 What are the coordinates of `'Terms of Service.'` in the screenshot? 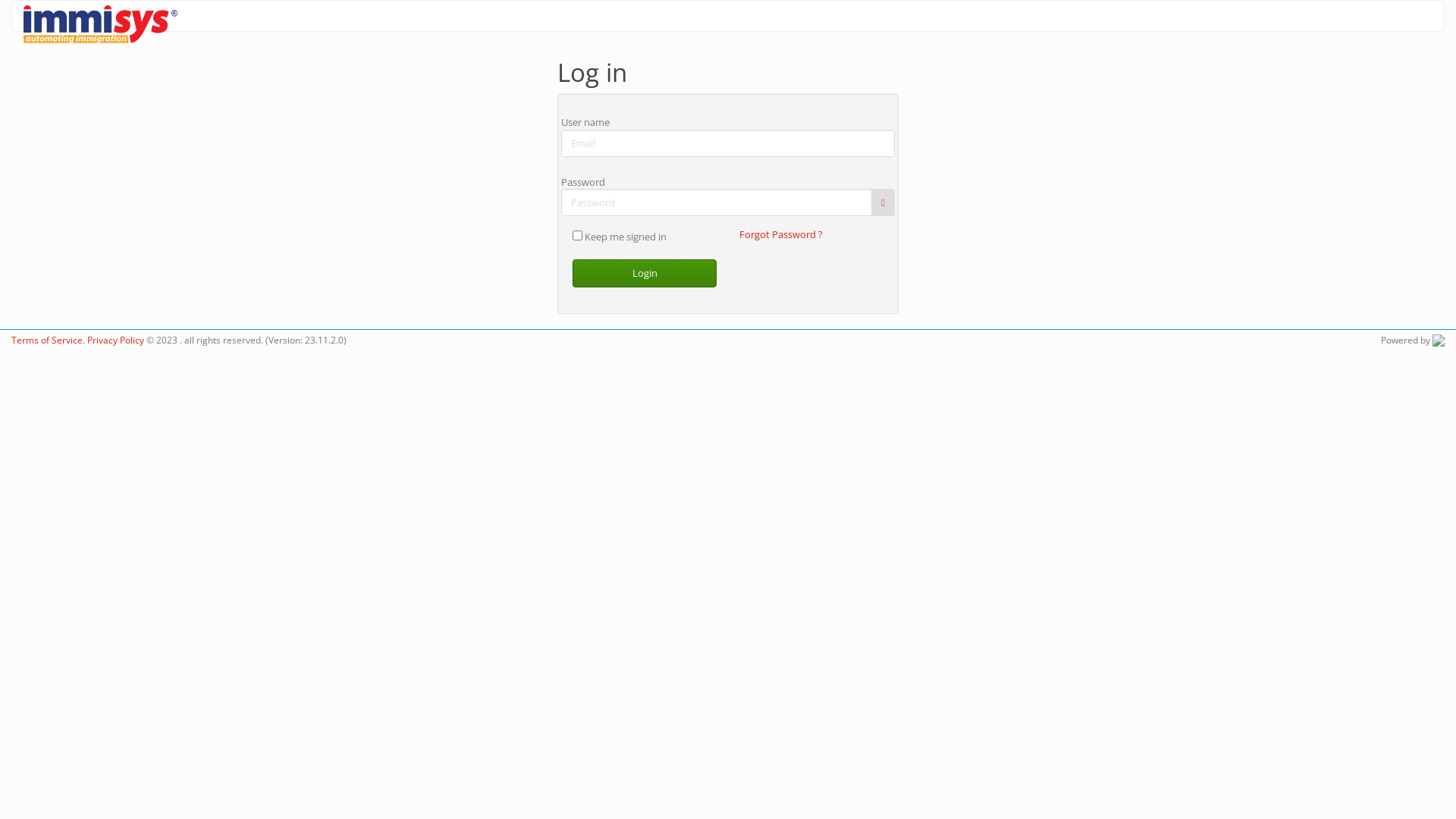 It's located at (11, 338).